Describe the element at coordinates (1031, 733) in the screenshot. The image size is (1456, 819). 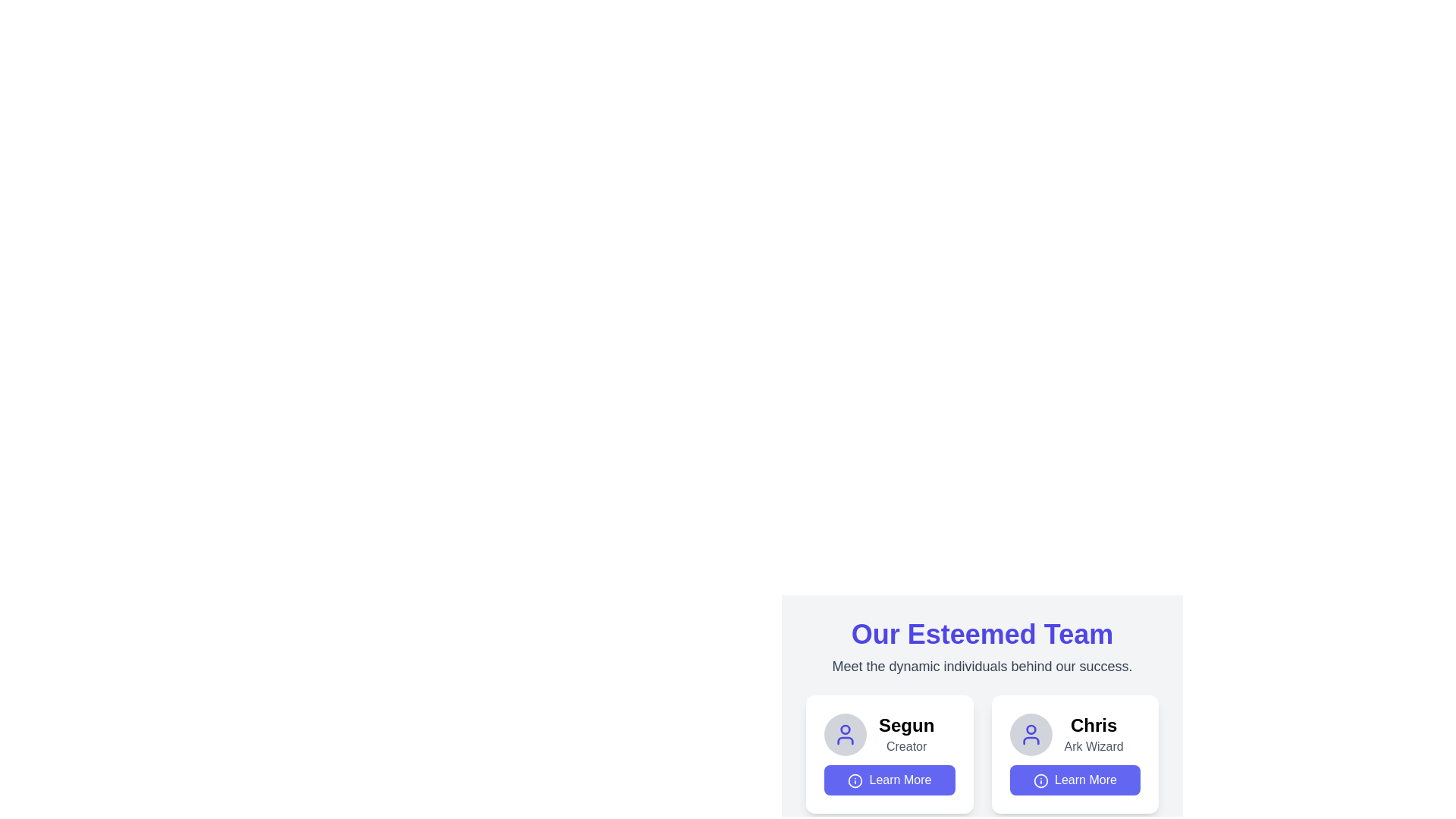
I see `the avatar representing user 'Chris Ark Wizard' located on the right side of the team members section` at that location.